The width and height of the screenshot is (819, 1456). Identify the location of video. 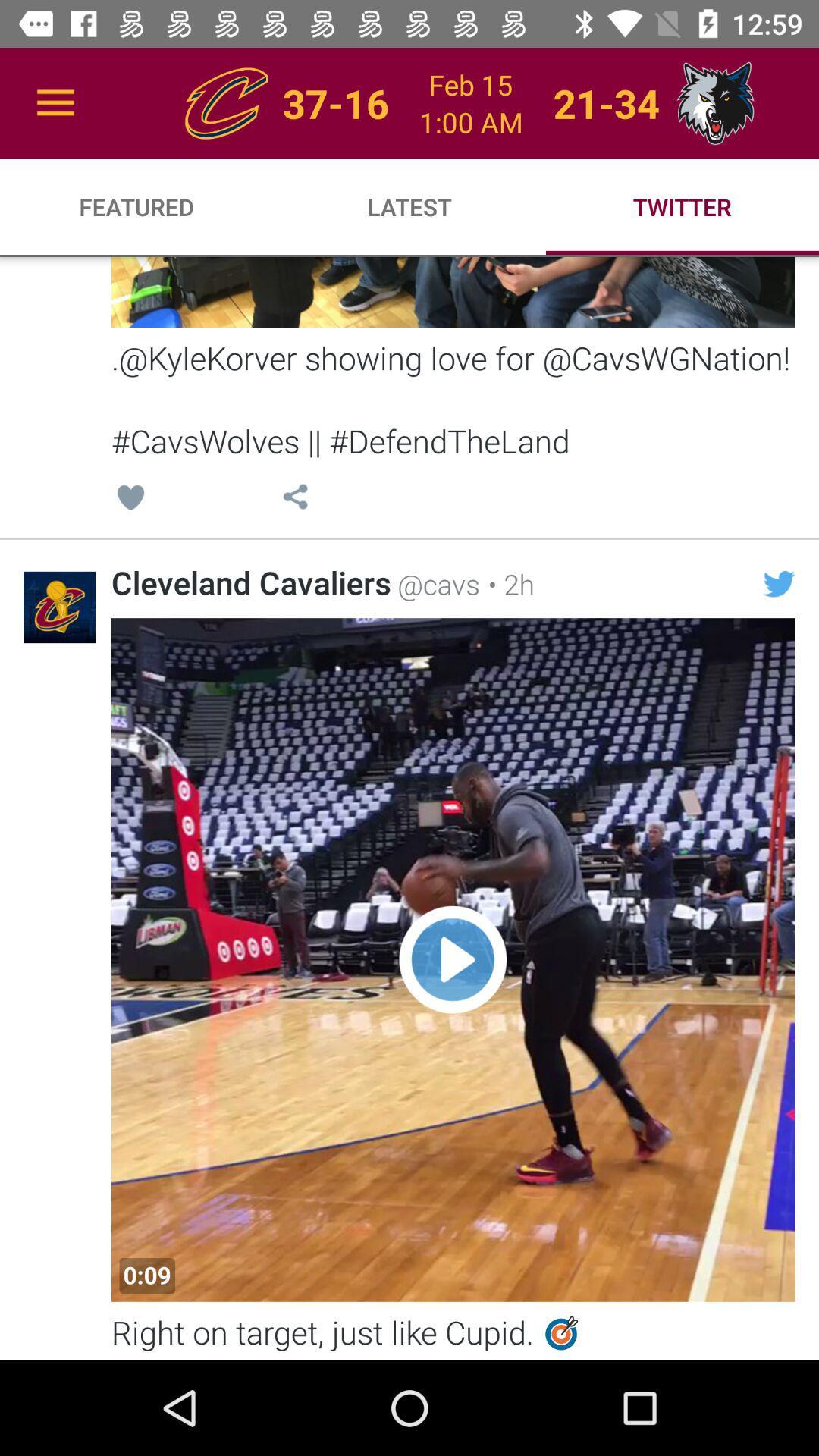
(452, 959).